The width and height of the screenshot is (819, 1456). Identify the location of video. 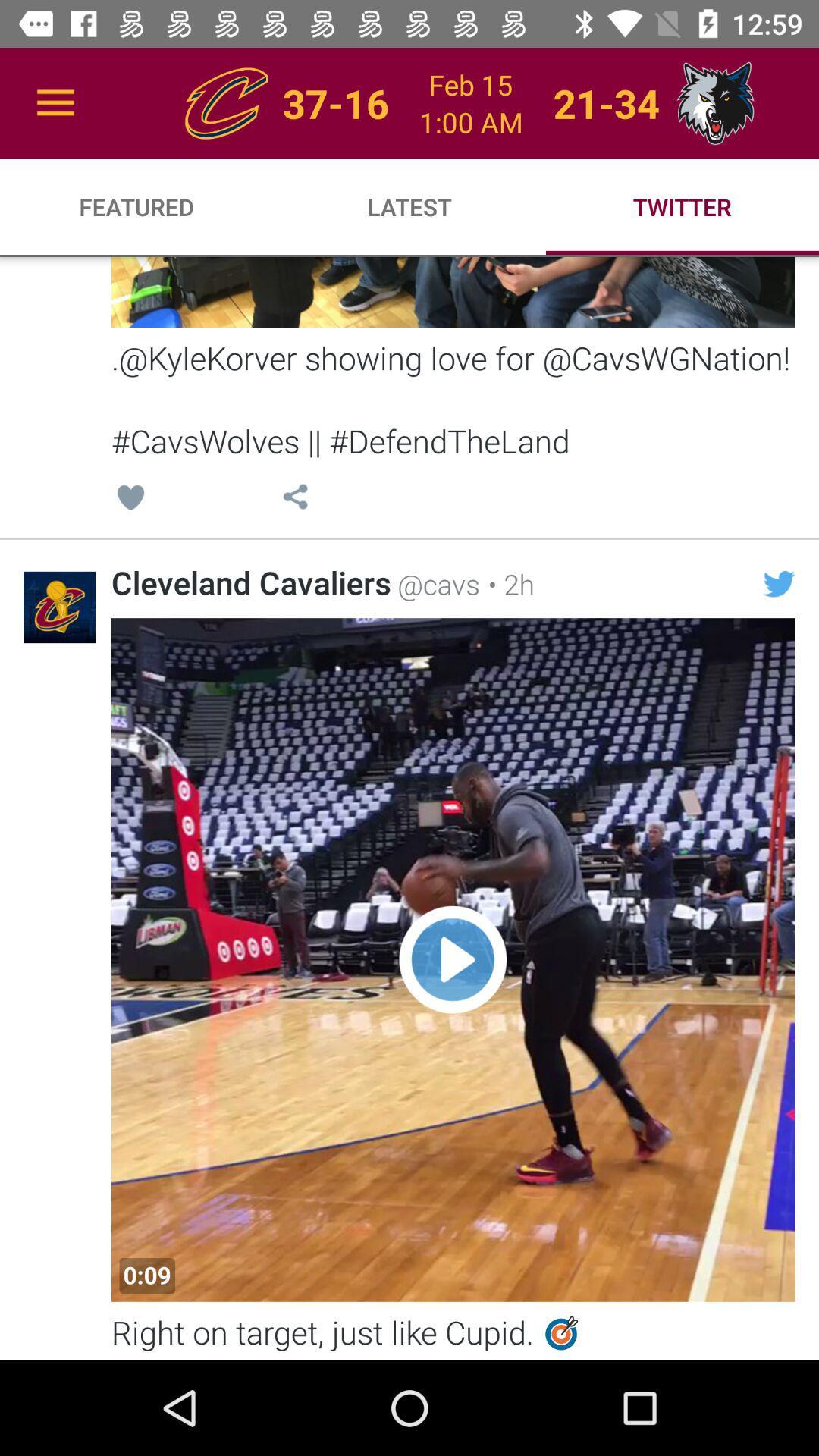
(452, 959).